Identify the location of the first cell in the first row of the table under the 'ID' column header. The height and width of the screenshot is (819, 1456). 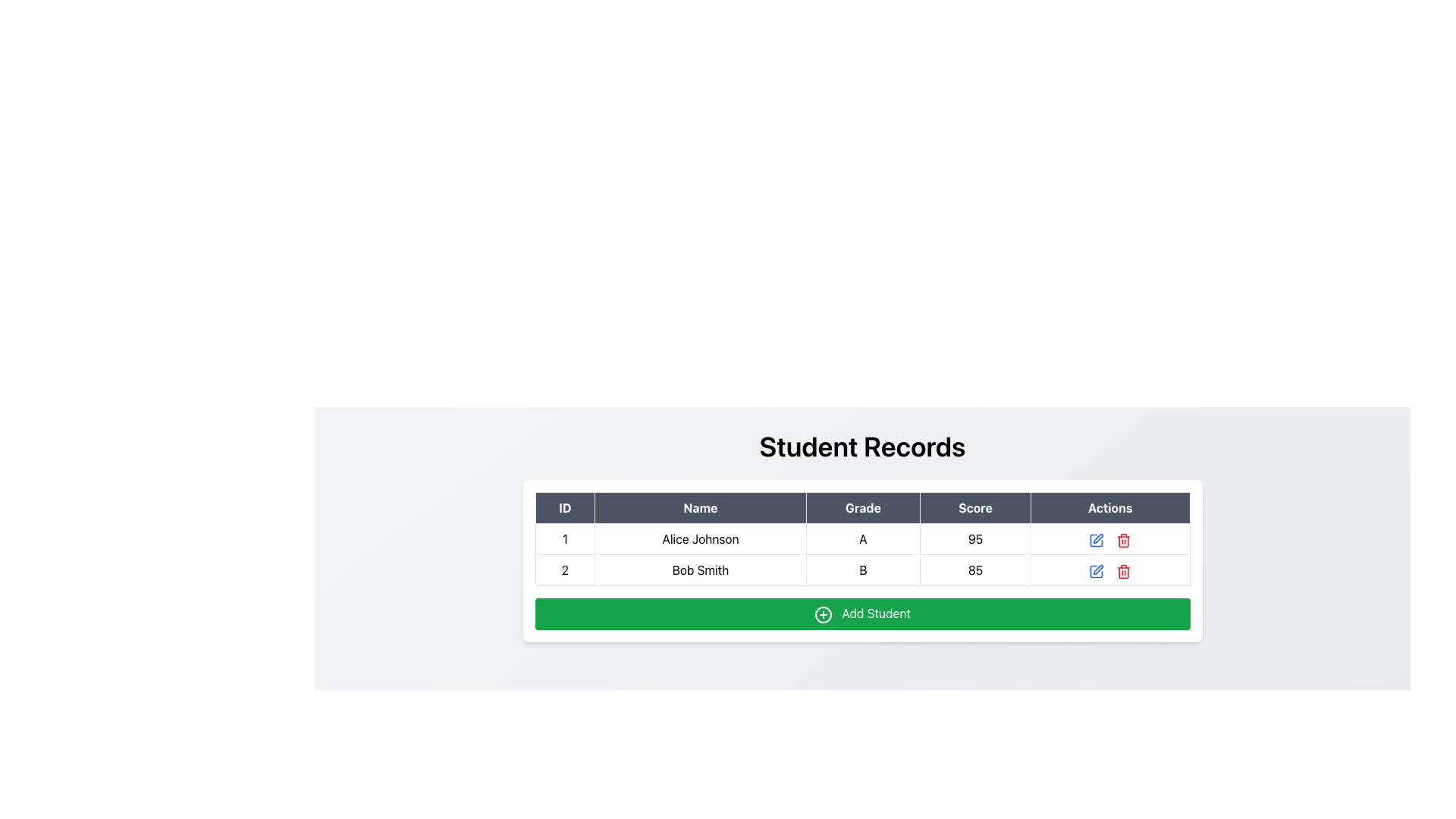
(564, 538).